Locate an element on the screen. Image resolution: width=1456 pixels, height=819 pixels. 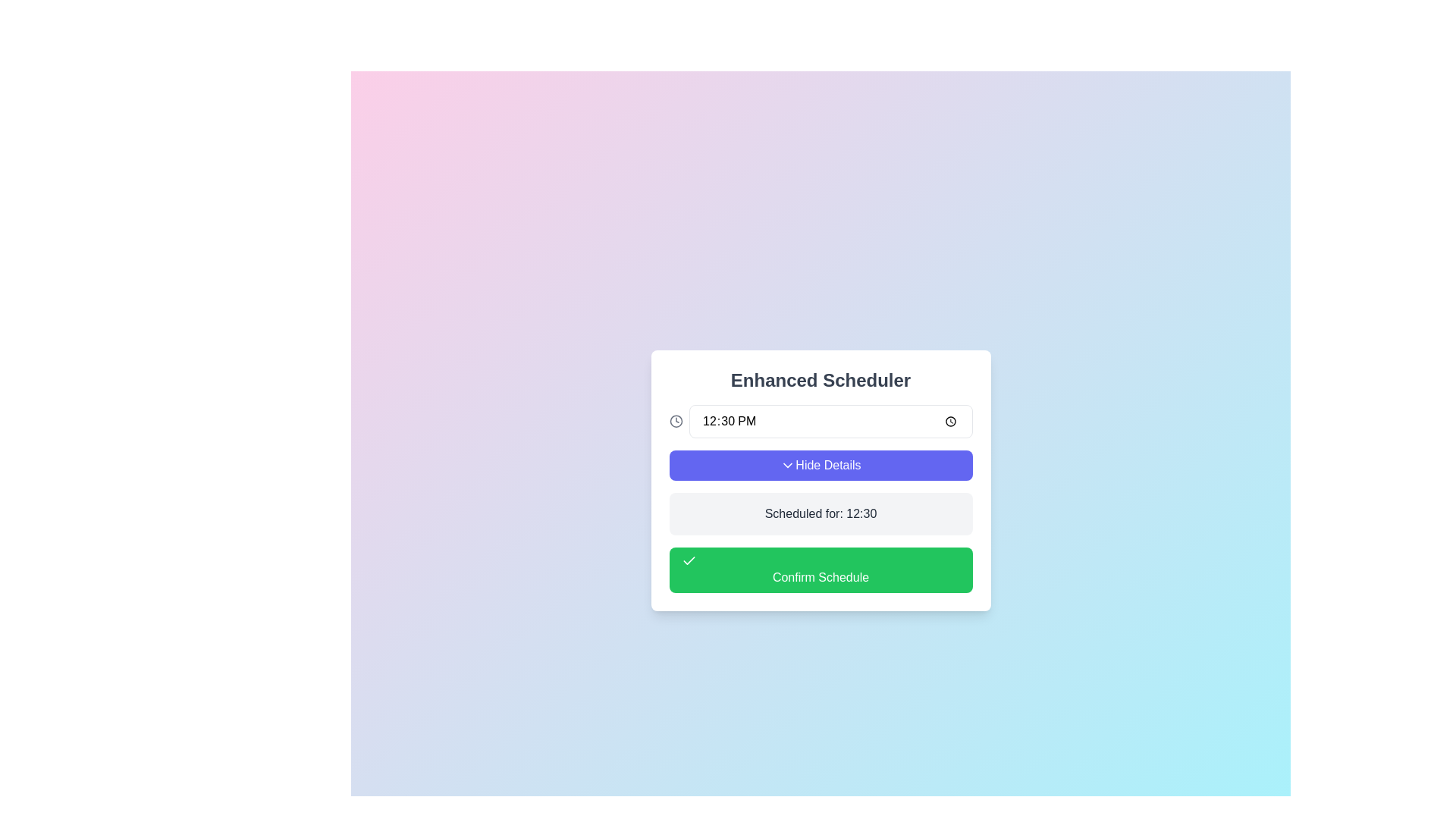
the static text label that displays 'Scheduled for: 12:30', located centrally within a light gray background panel beneath the 'Hide Details' button is located at coordinates (820, 513).